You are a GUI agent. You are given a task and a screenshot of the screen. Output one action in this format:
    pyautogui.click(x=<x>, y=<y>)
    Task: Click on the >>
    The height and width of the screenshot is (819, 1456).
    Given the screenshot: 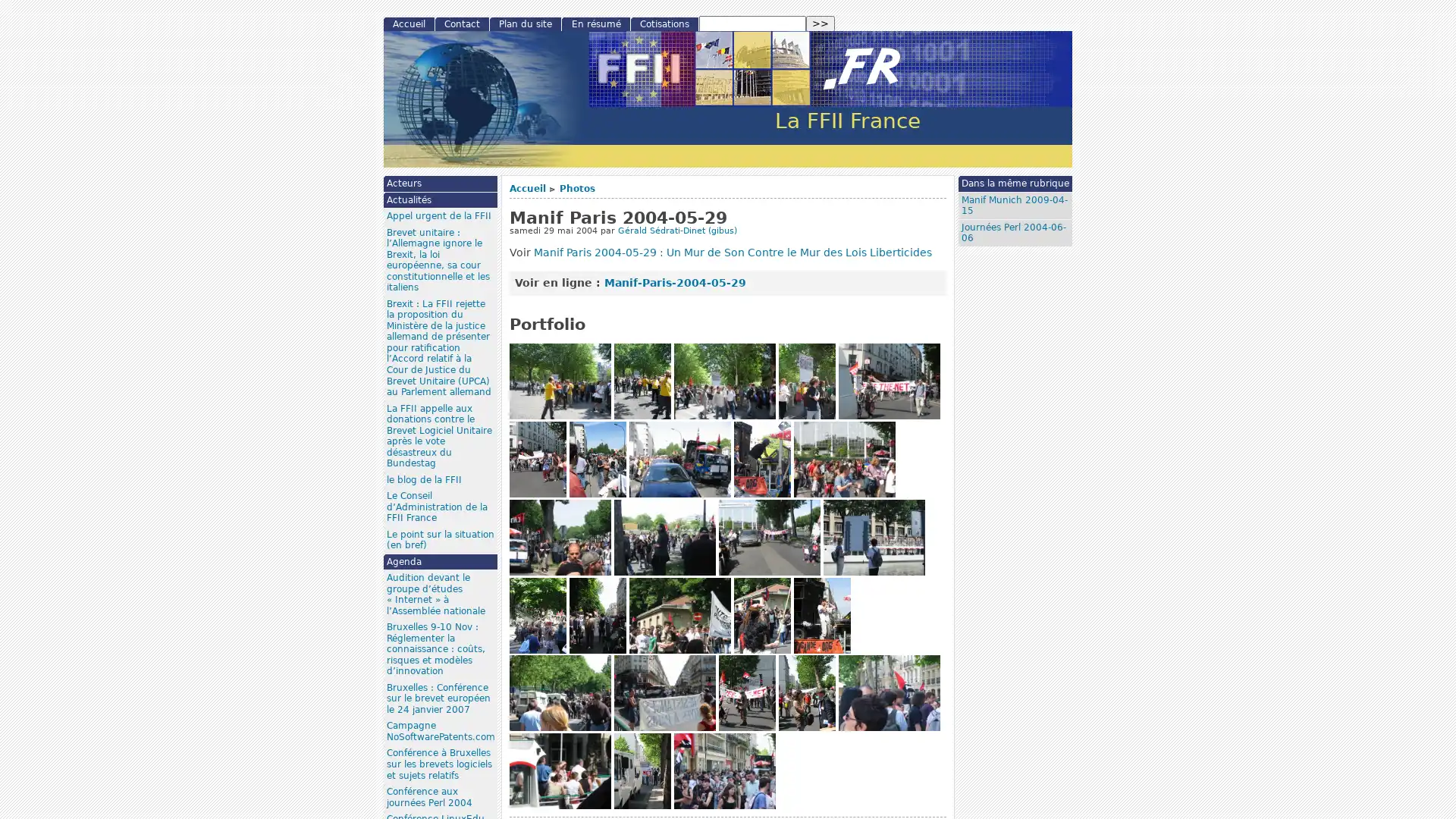 What is the action you would take?
    pyautogui.click(x=819, y=24)
    